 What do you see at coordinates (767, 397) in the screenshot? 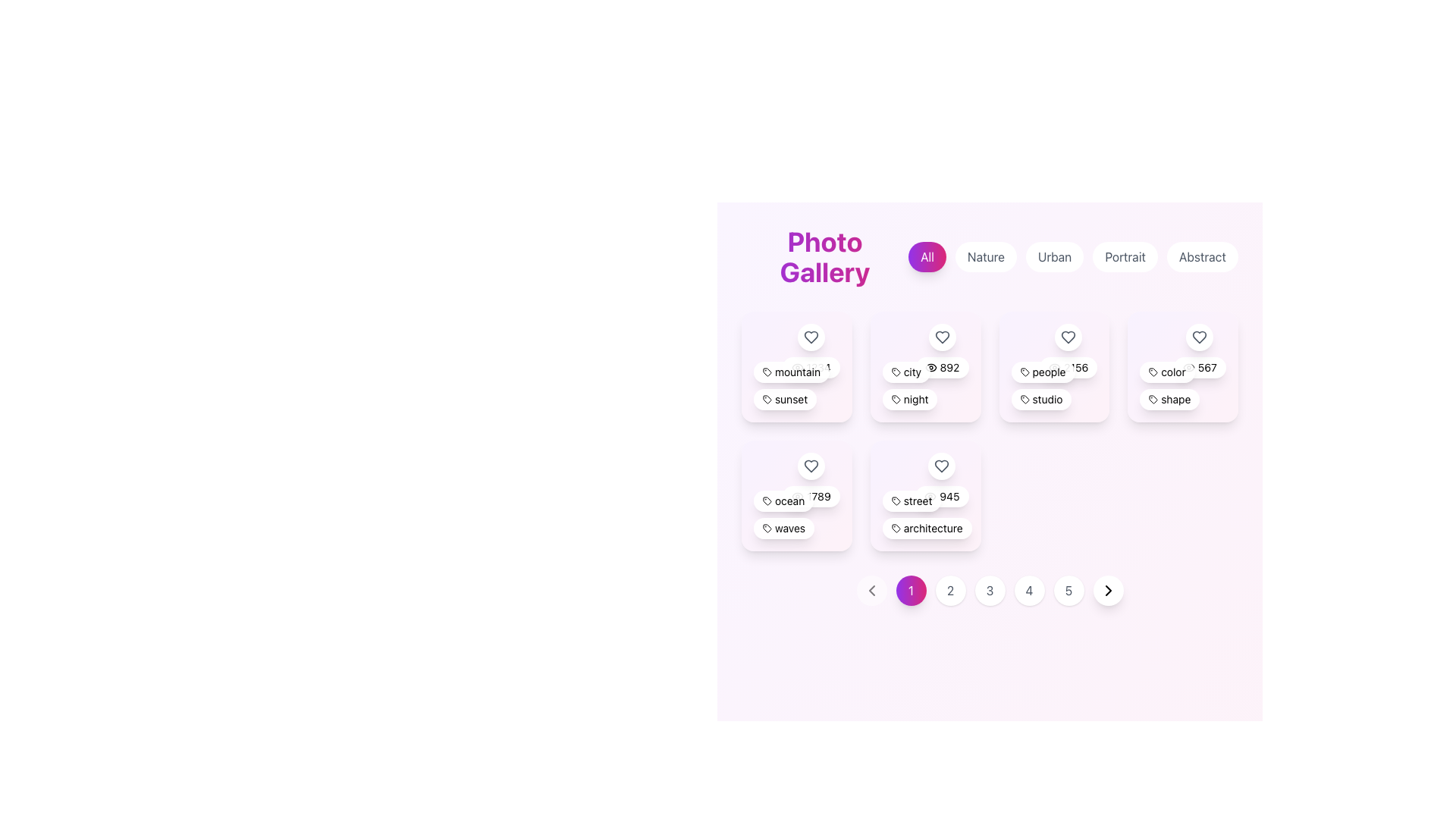
I see `small tag icon located to the left of the text label 'sunset' in the first card of the second row, which is visually aligned with the label` at bounding box center [767, 397].